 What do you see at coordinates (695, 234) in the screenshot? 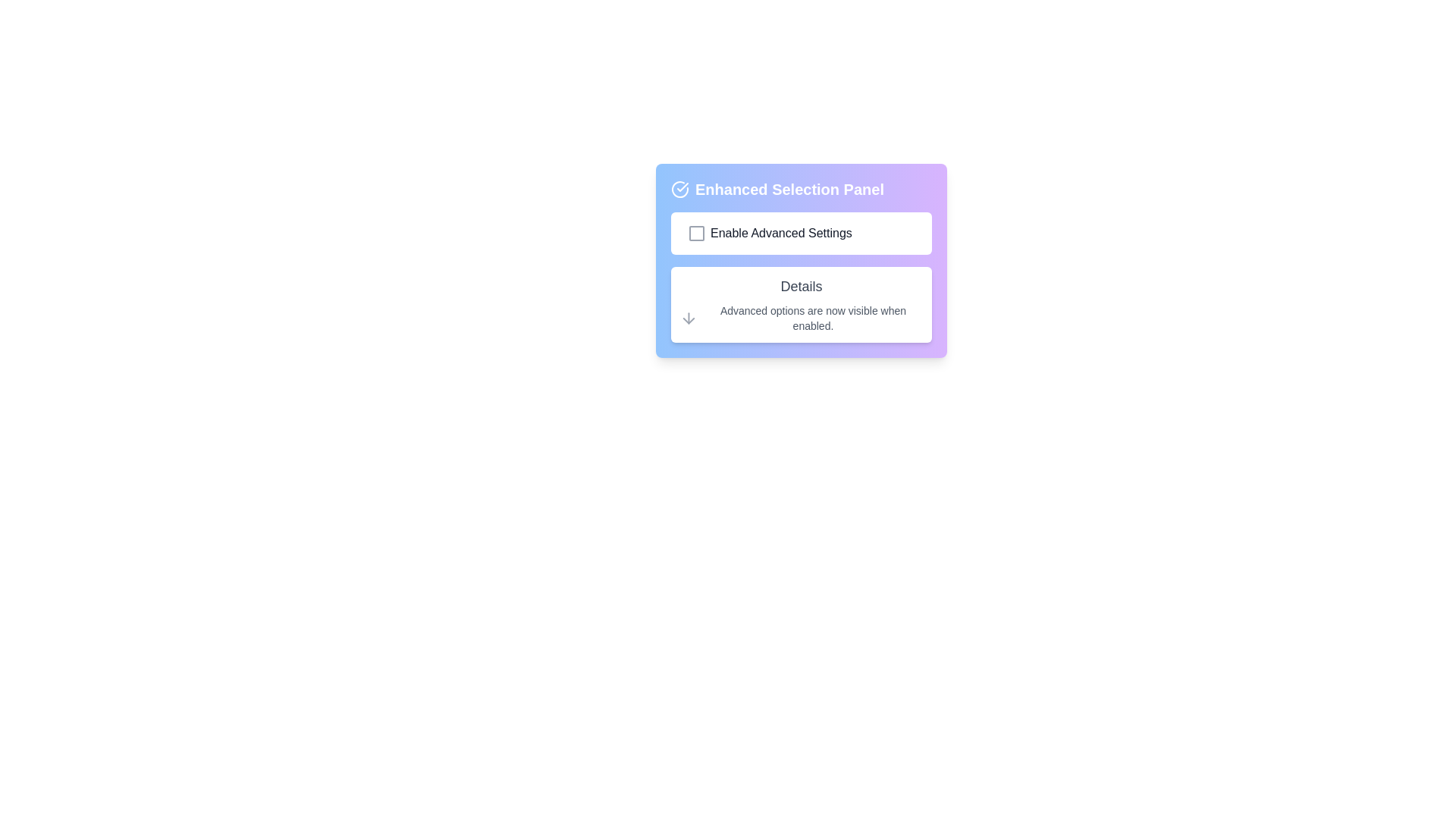
I see `the checkbox located to the left of the text 'Enable Advanced Settings' in the 'Enhanced Selection Panel'` at bounding box center [695, 234].